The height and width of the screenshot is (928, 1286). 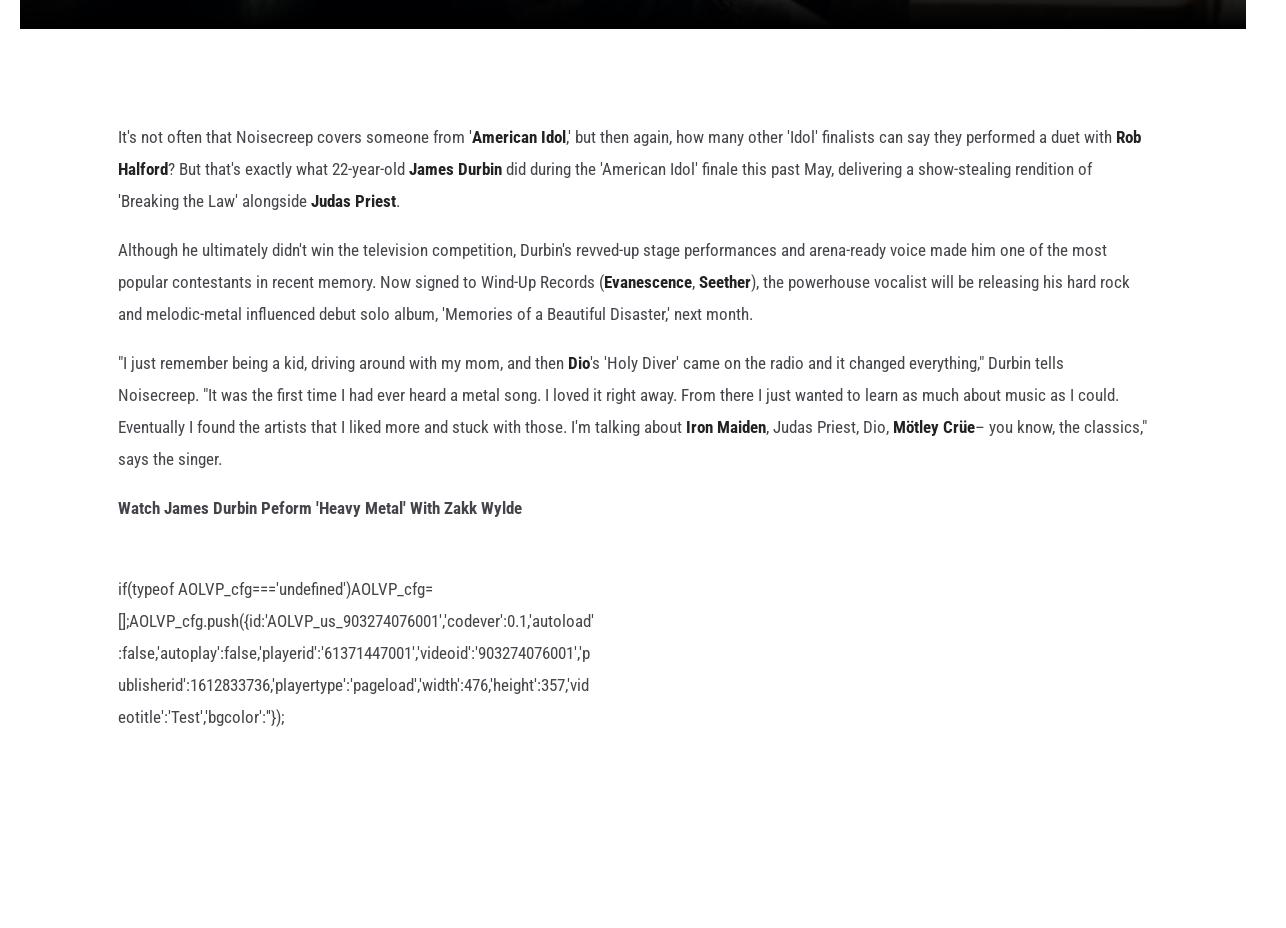 I want to click on 'did during the 'American Idol' finale this past May, delivering a show-stealing rendition of 'Breaking the Law' alongside', so click(x=604, y=216).